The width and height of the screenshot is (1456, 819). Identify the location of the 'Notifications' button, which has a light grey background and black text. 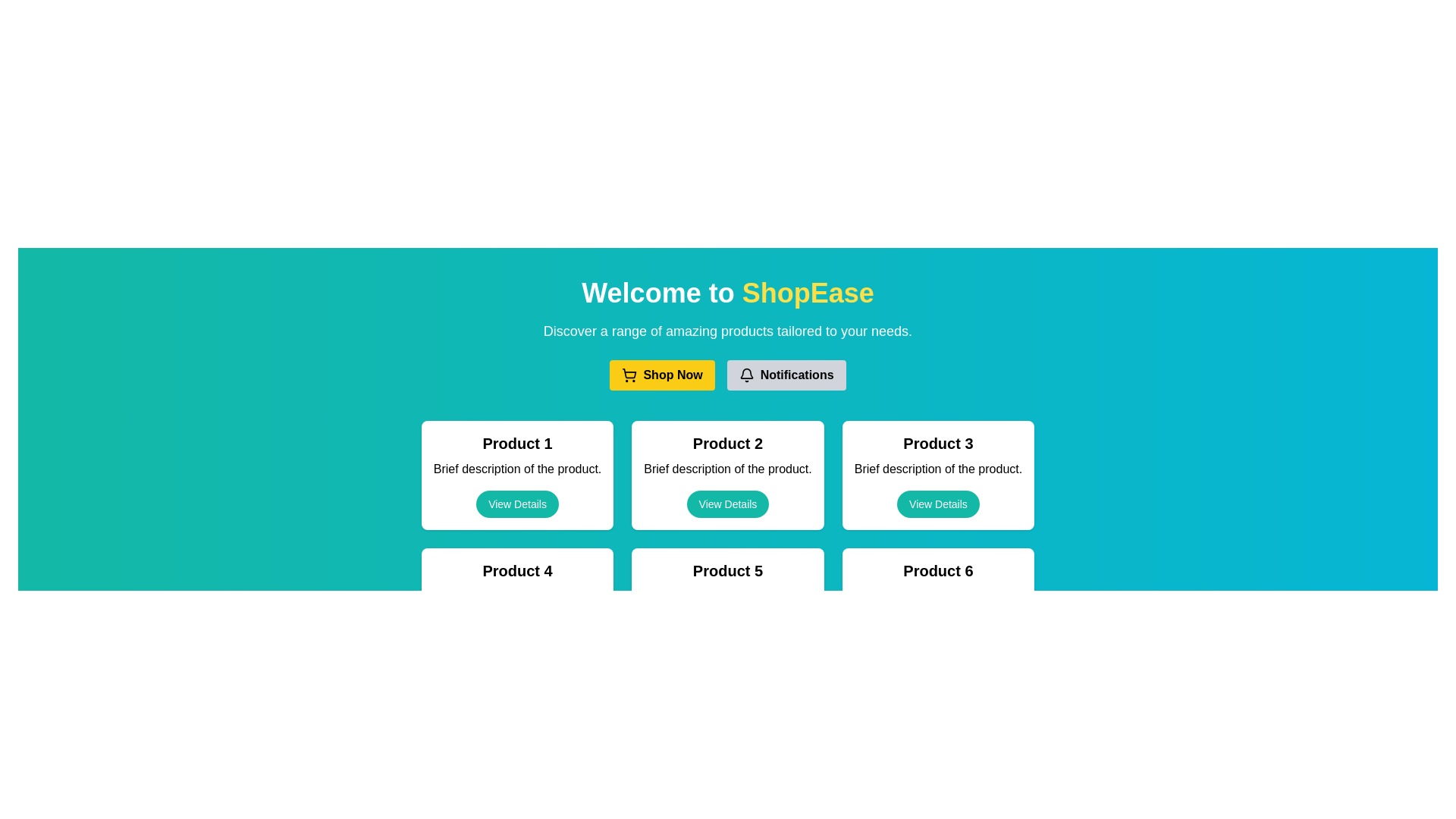
(786, 375).